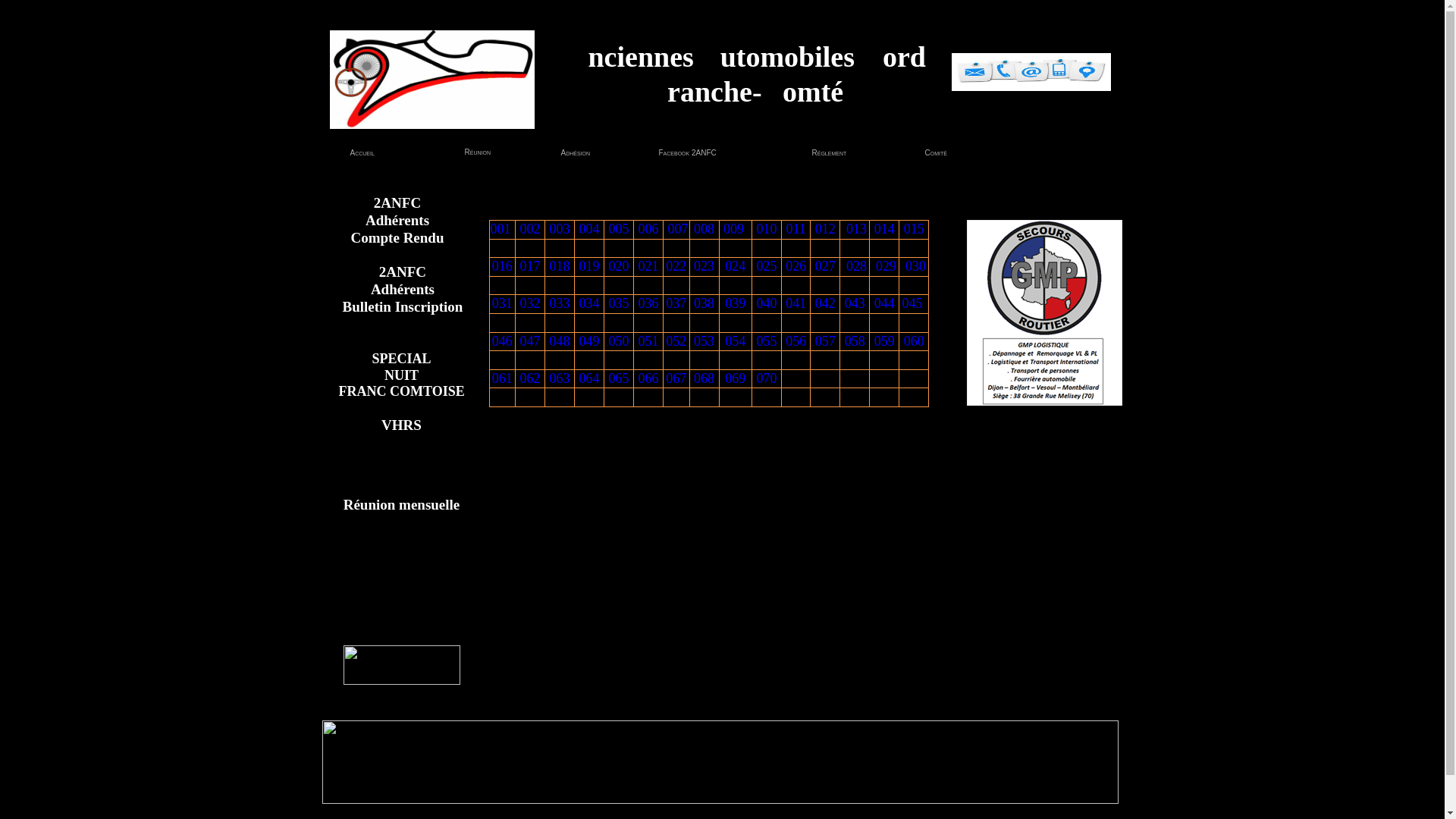 This screenshot has width=1456, height=819. What do you see at coordinates (638, 265) in the screenshot?
I see `'021'` at bounding box center [638, 265].